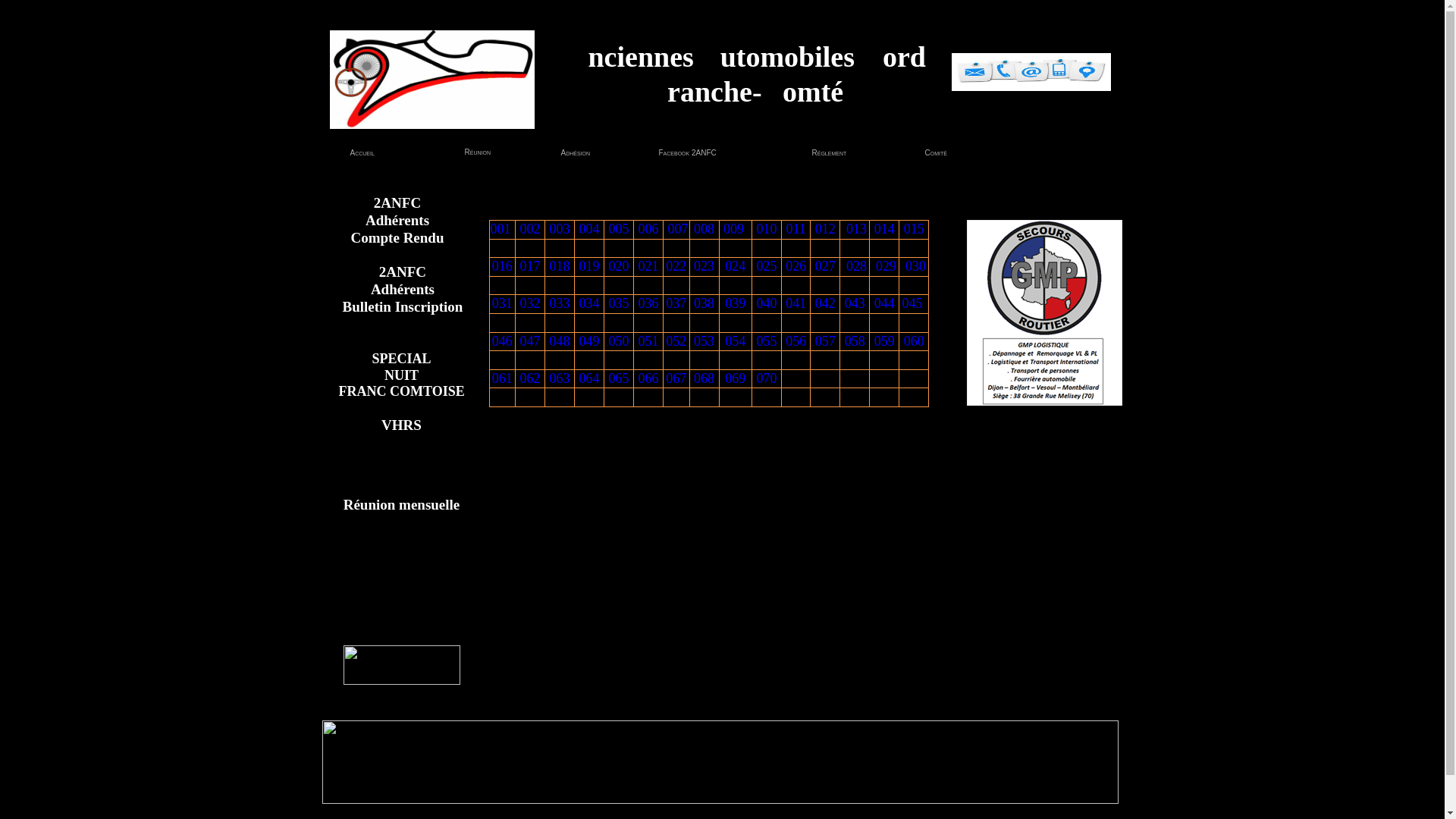 This screenshot has width=1456, height=819. What do you see at coordinates (638, 265) in the screenshot?
I see `'021'` at bounding box center [638, 265].